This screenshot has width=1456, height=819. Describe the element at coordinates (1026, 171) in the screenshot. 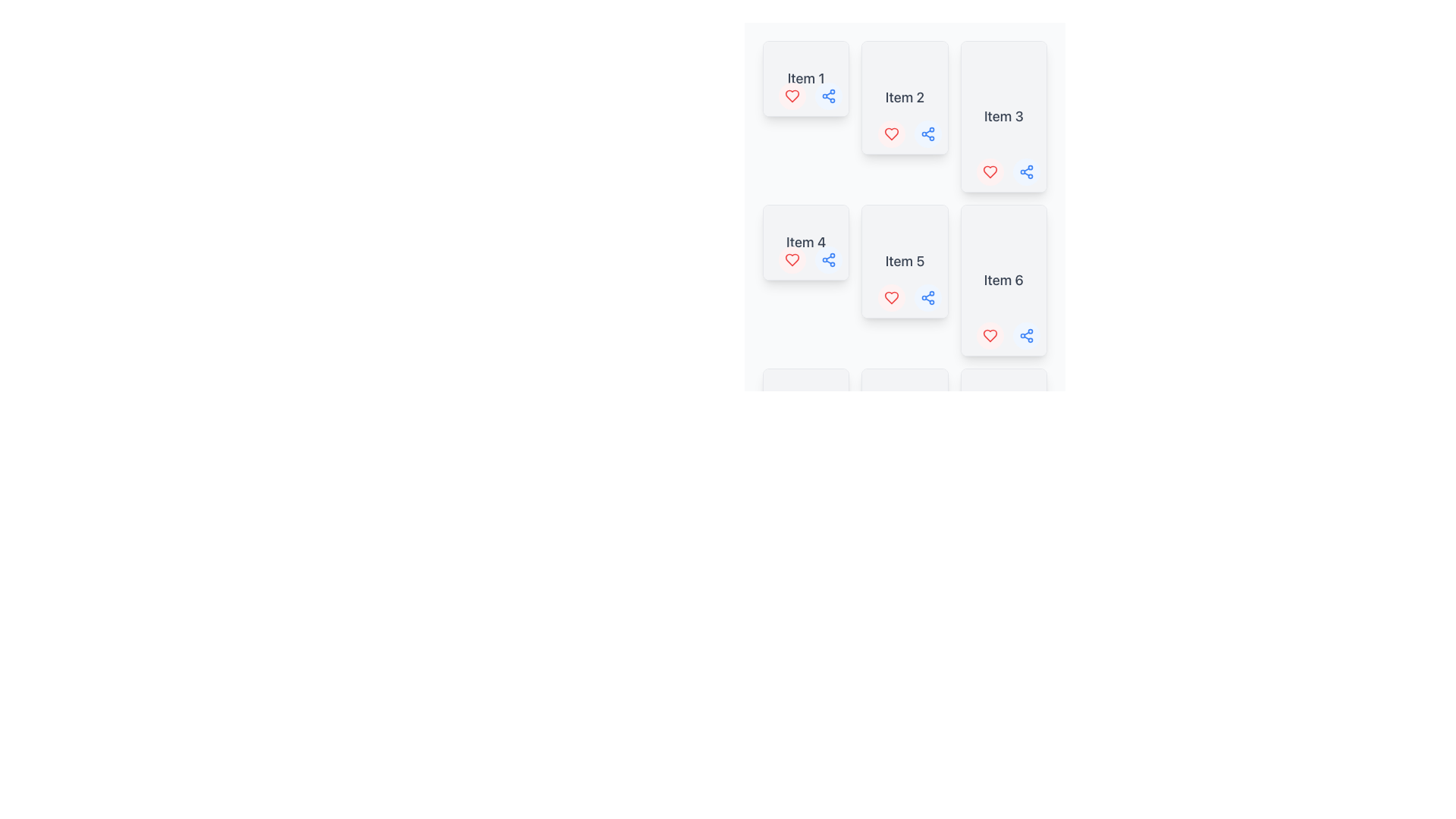

I see `the share button located at the bottom-right corner of the tile labeled 'Item 3'` at that location.